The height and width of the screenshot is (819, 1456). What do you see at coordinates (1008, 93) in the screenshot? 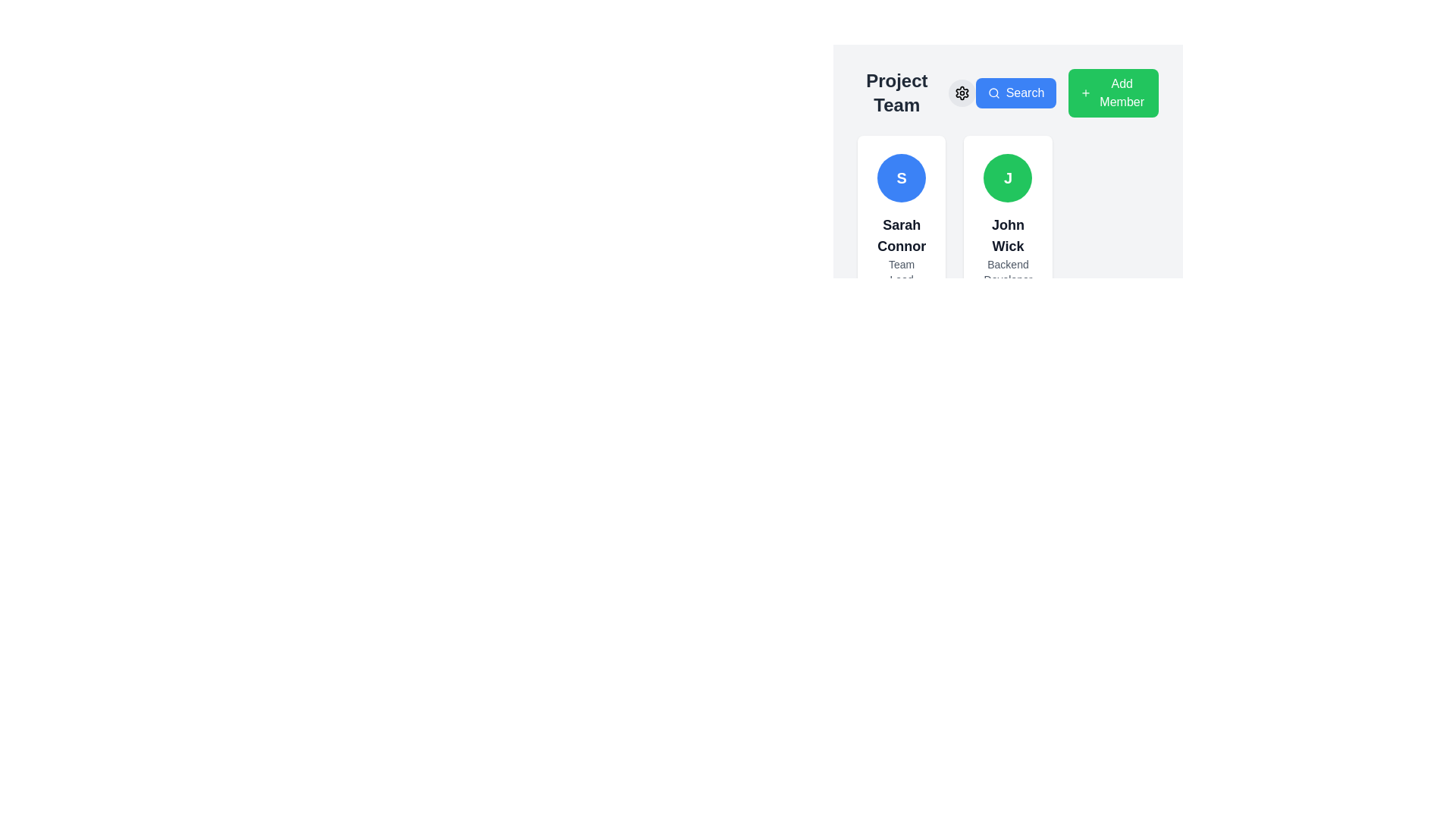
I see `the blue 'Search' button with a magnifying glass icon` at bounding box center [1008, 93].